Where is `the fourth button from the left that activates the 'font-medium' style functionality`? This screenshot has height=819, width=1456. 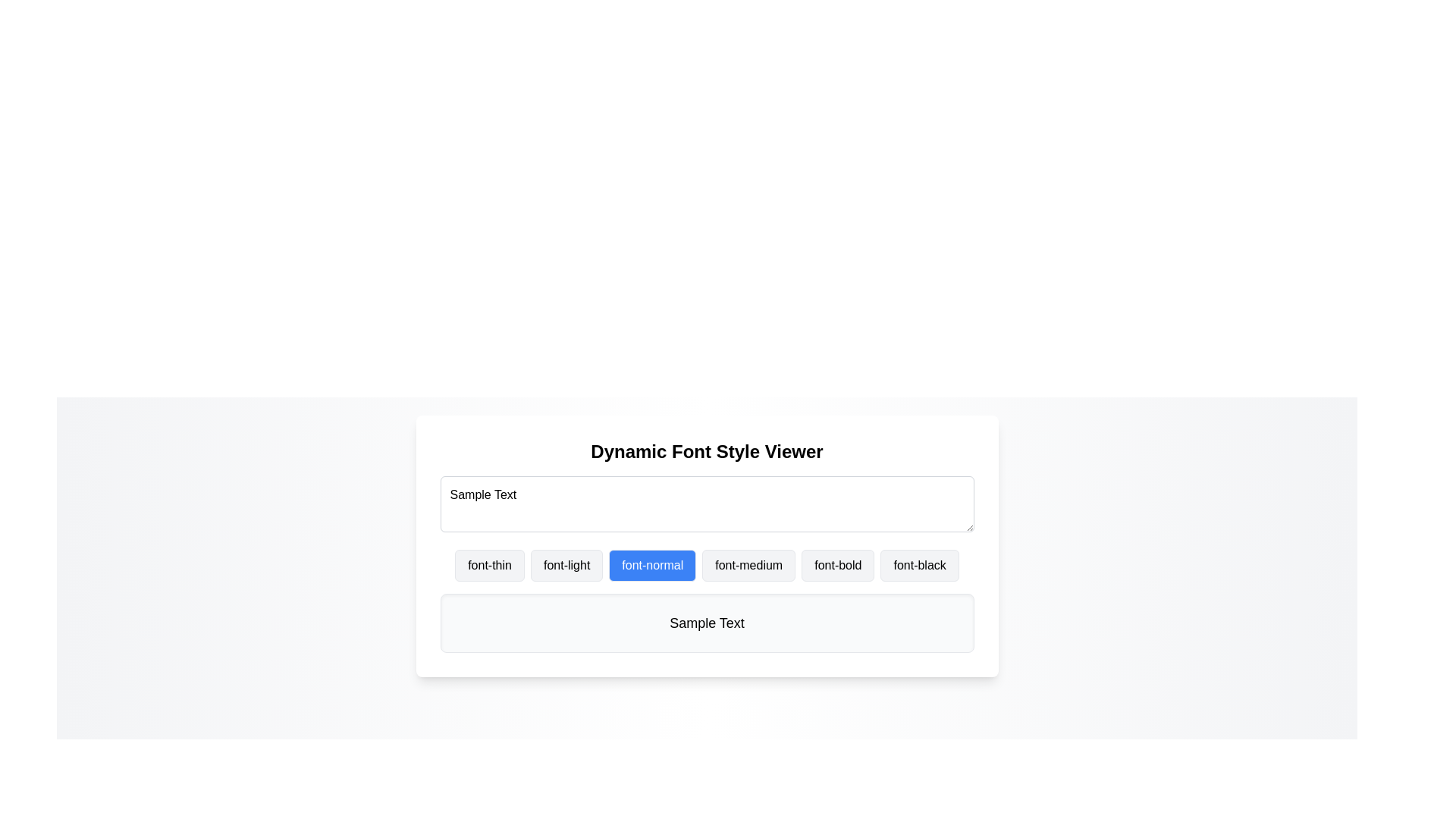
the fourth button from the left that activates the 'font-medium' style functionality is located at coordinates (748, 565).